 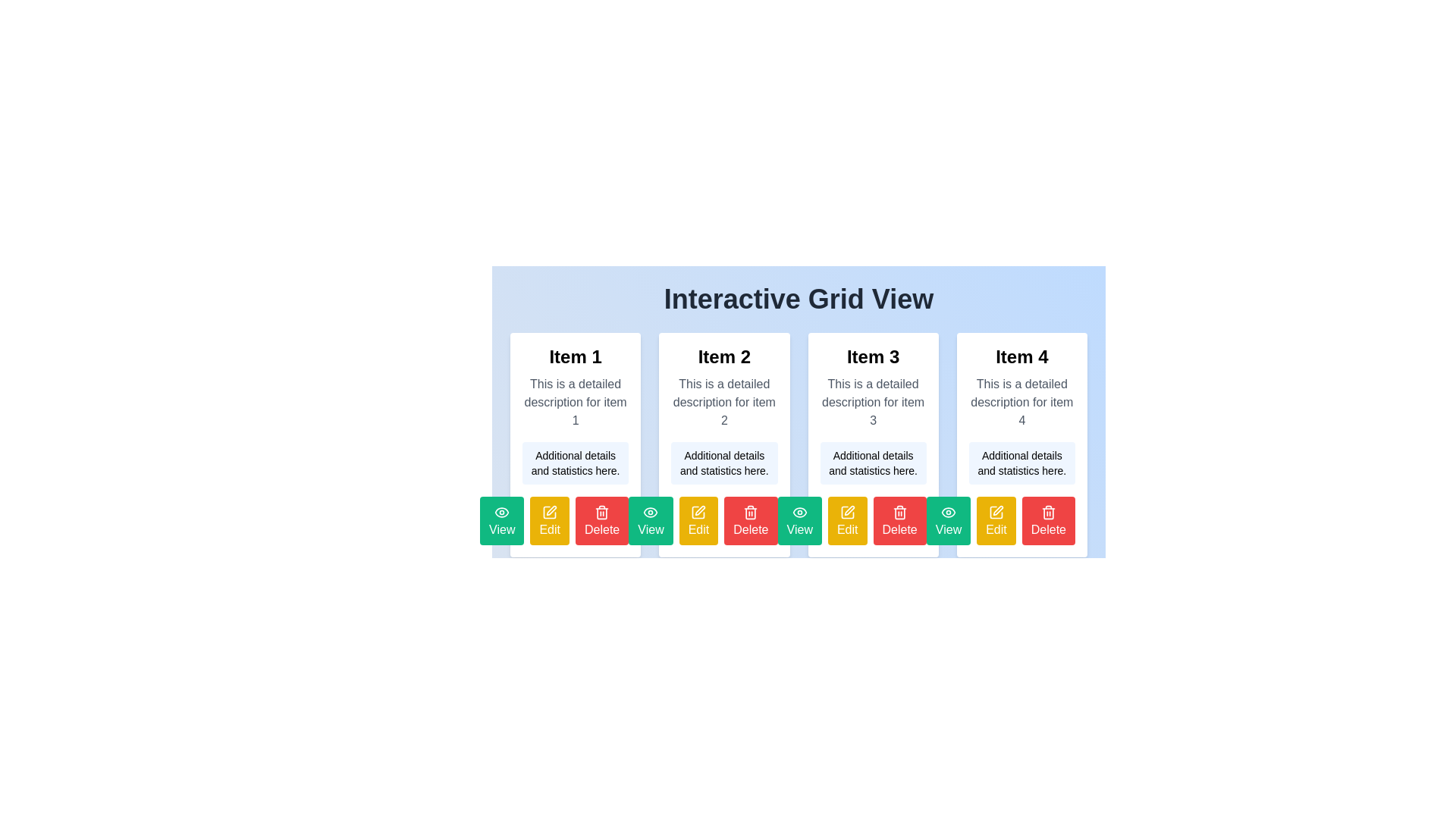 What do you see at coordinates (798, 402) in the screenshot?
I see `the 'Edit' button located at the bottom of the Card component, which is the third item in a grid layout with a white background and rounded corners` at bounding box center [798, 402].